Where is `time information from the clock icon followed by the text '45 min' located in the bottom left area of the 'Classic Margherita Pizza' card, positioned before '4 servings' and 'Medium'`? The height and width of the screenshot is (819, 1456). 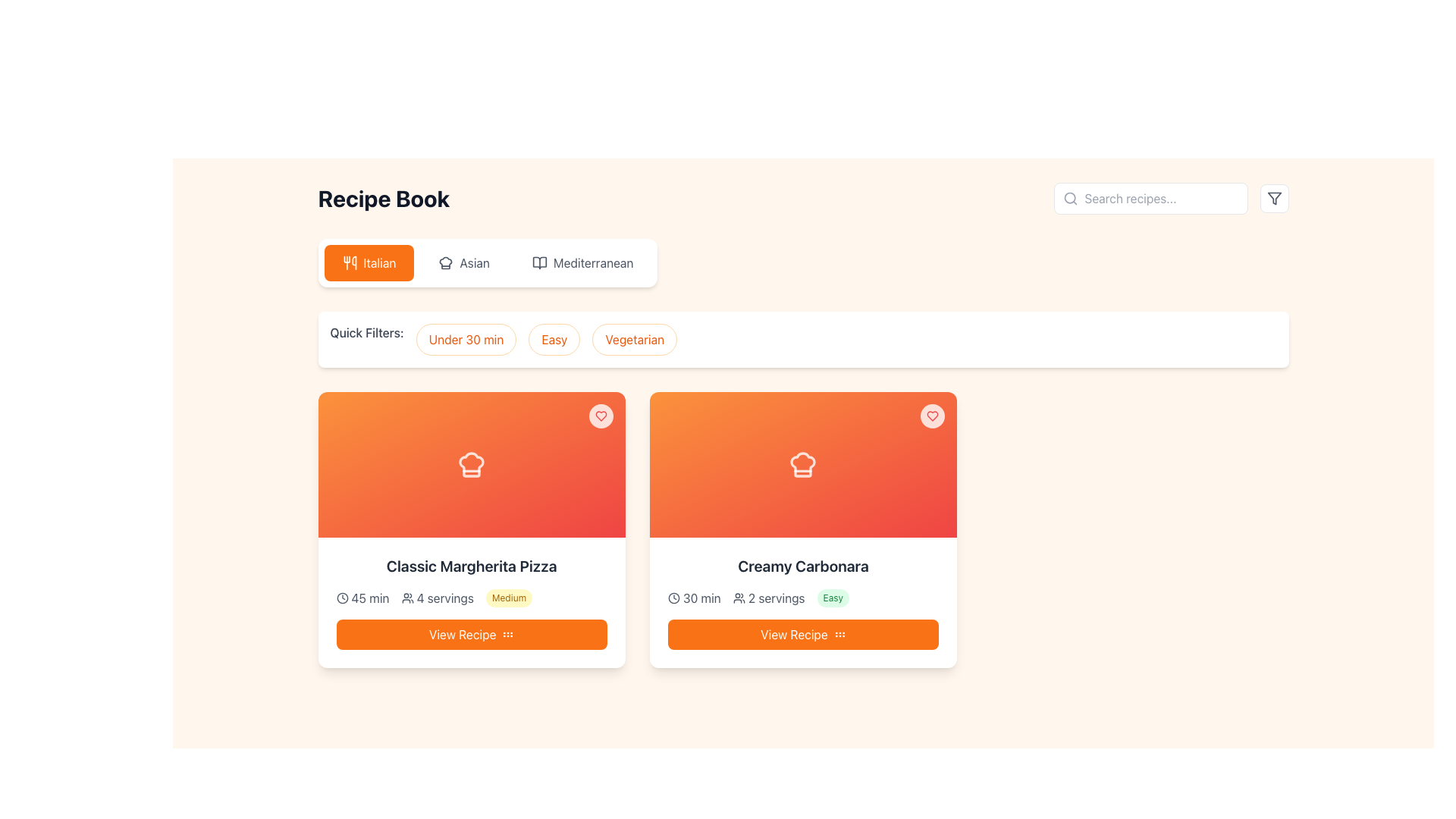 time information from the clock icon followed by the text '45 min' located in the bottom left area of the 'Classic Margherita Pizza' card, positioned before '4 servings' and 'Medium' is located at coordinates (362, 598).